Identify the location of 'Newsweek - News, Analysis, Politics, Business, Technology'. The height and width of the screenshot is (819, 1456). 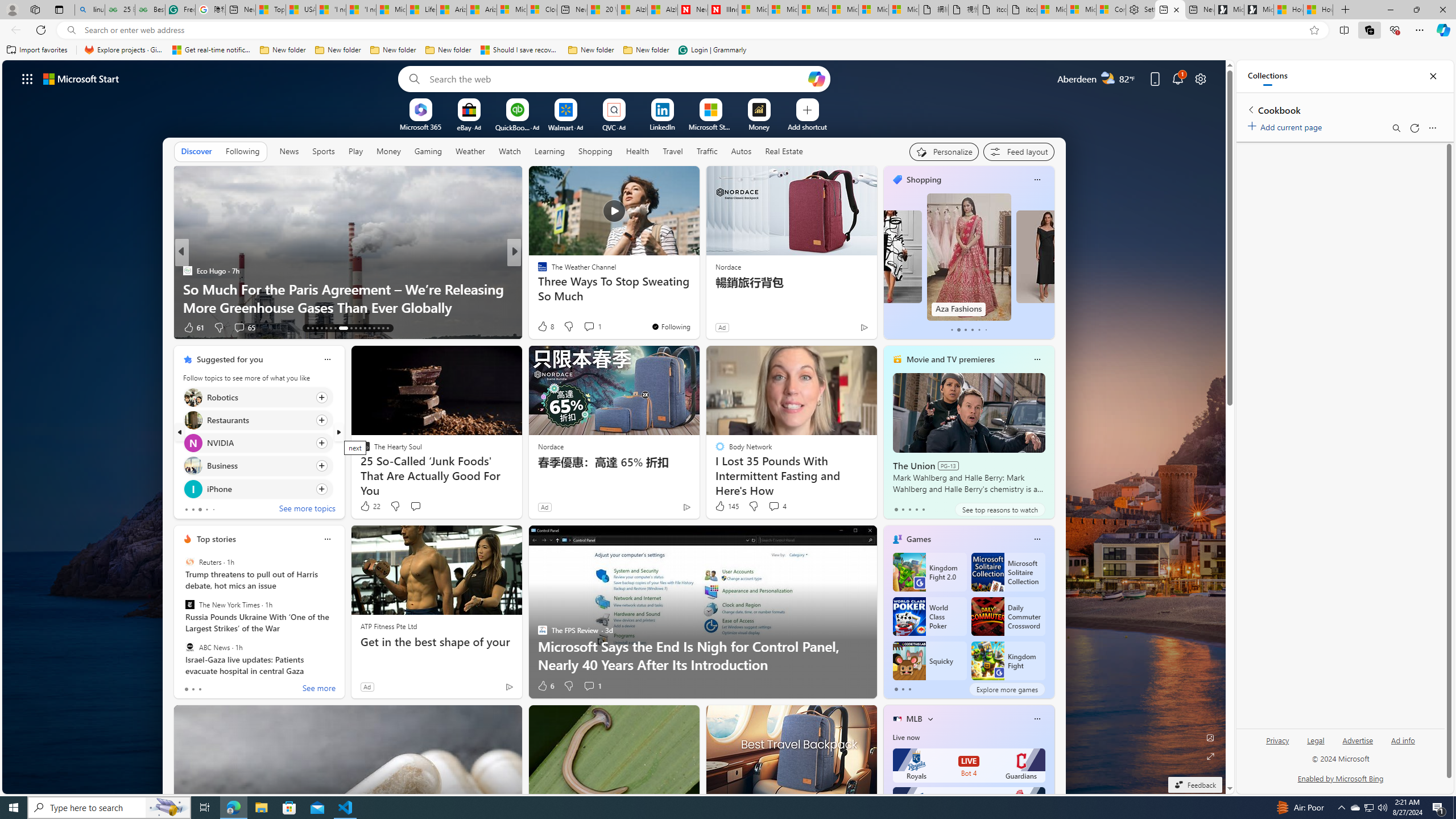
(692, 9).